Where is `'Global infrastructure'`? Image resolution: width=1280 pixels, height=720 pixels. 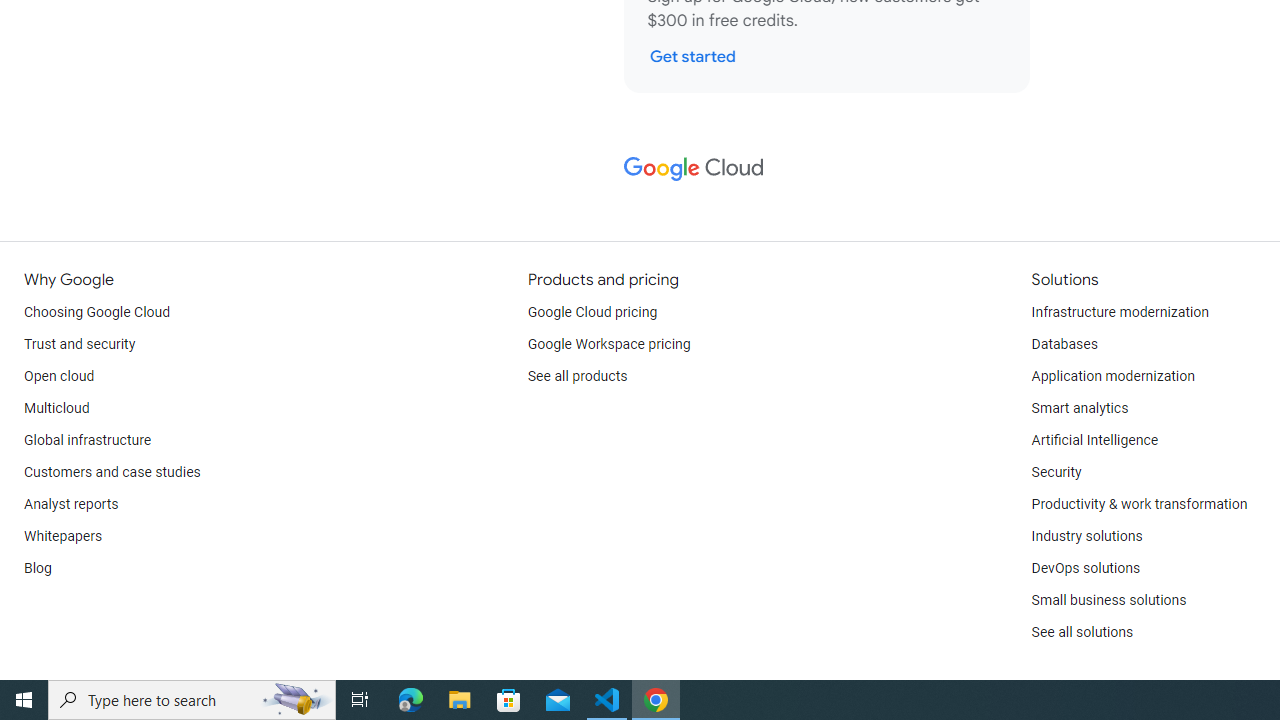
'Global infrastructure' is located at coordinates (87, 440).